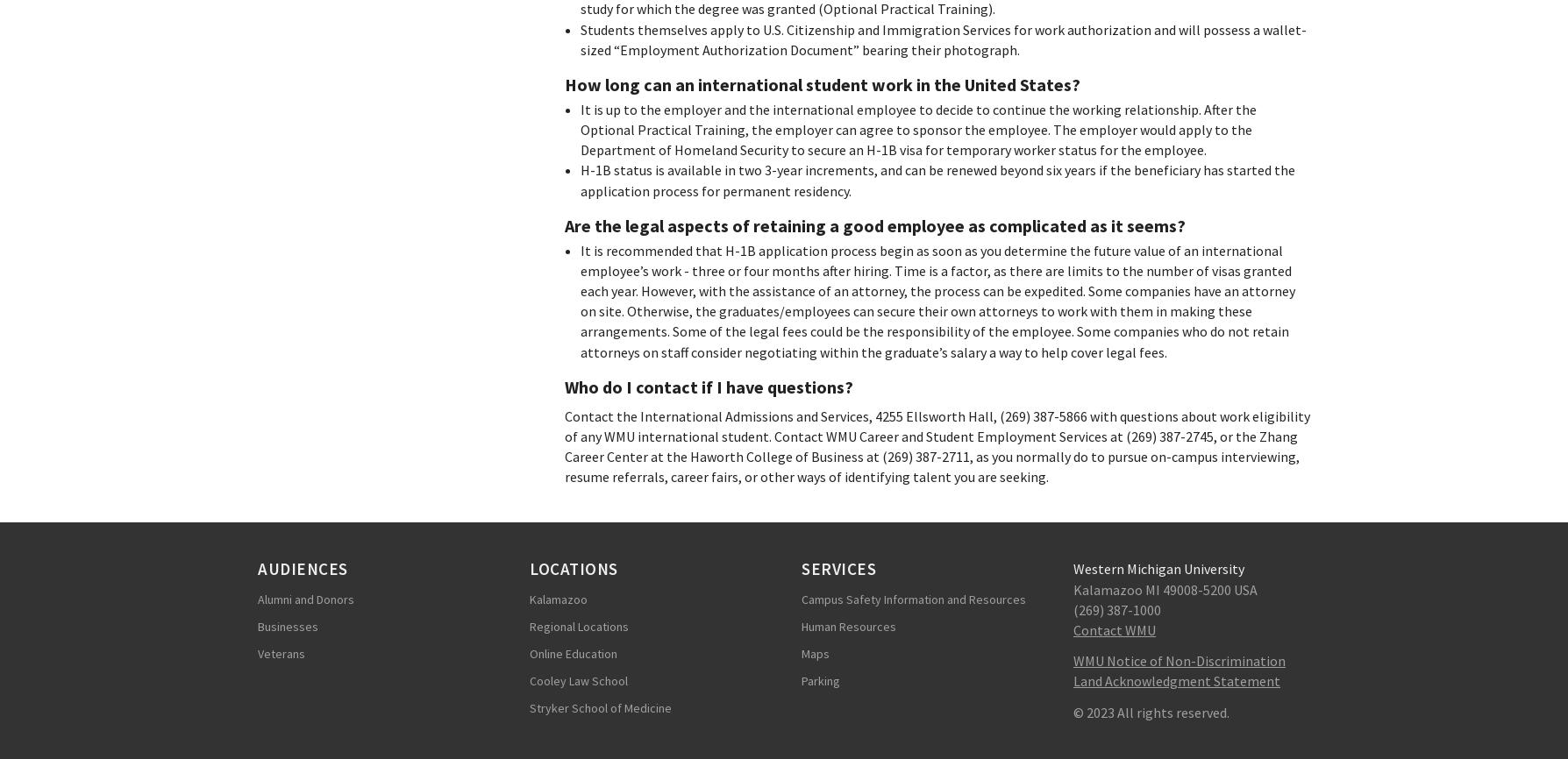 Image resolution: width=1568 pixels, height=759 pixels. Describe the element at coordinates (1177, 679) in the screenshot. I see `'Land Acknowledgment Statement'` at that location.